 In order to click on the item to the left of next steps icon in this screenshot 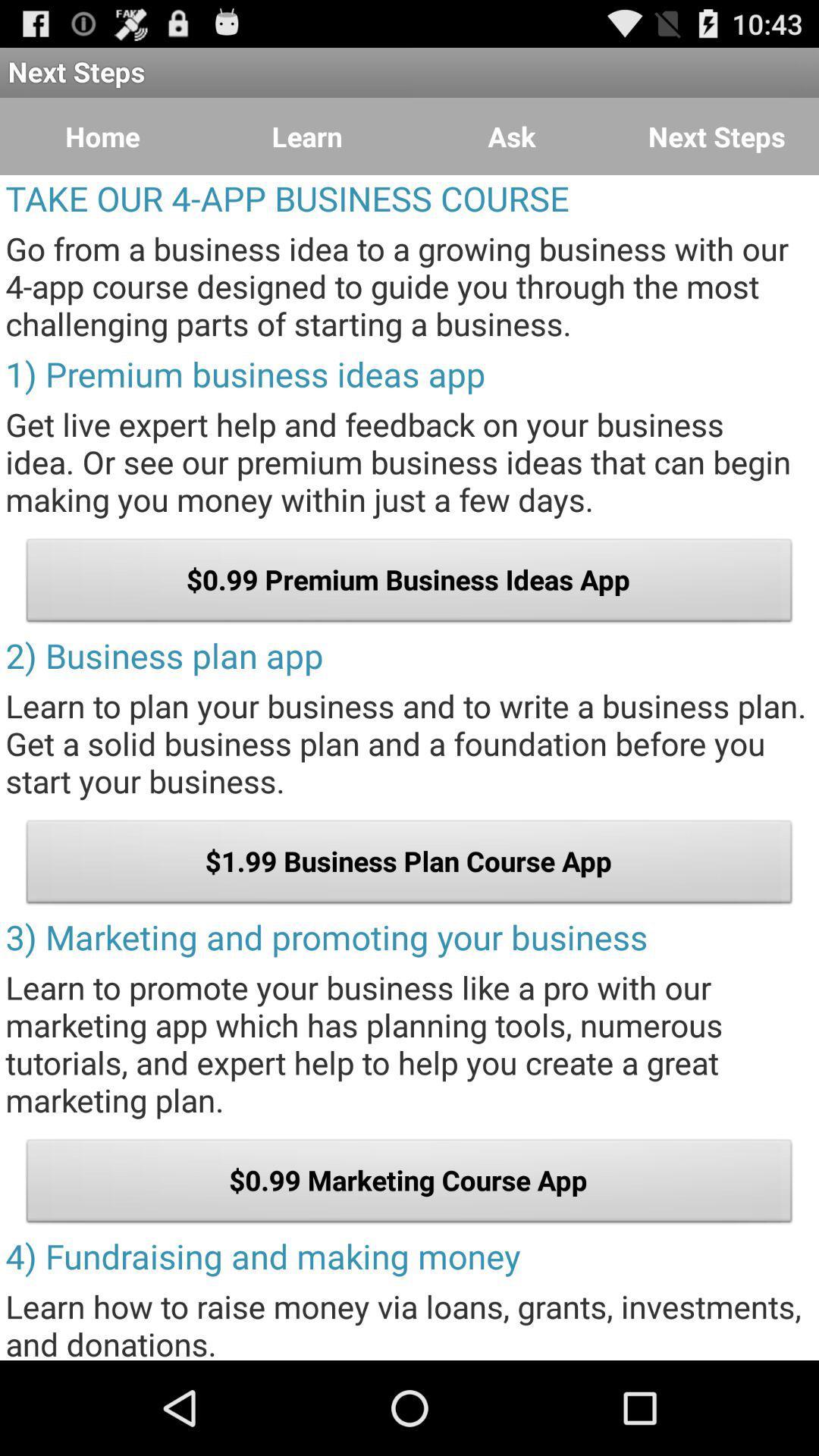, I will do `click(512, 136)`.